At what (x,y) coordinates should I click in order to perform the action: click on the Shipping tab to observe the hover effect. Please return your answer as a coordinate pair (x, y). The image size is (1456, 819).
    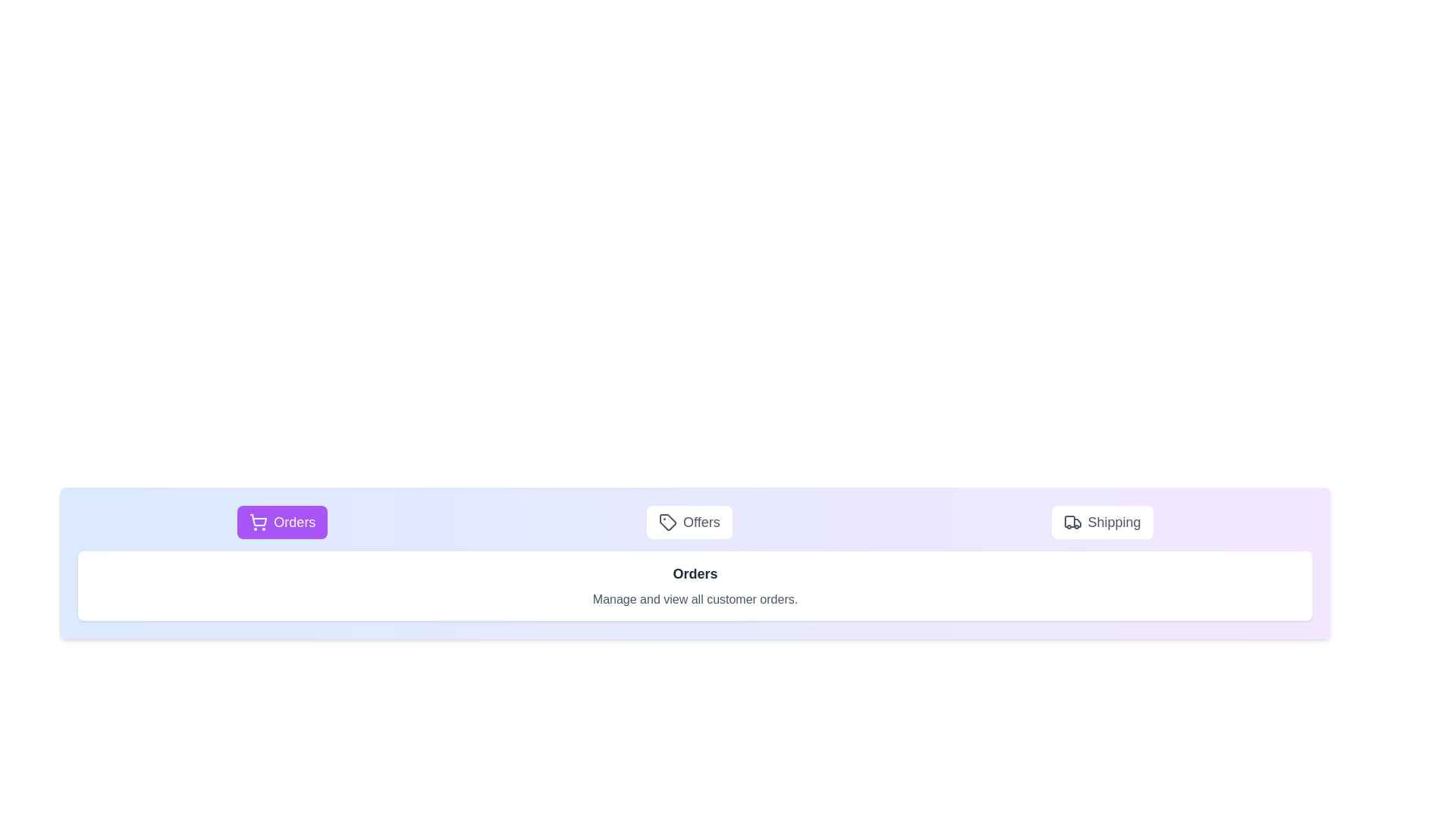
    Looking at the image, I should click on (1102, 522).